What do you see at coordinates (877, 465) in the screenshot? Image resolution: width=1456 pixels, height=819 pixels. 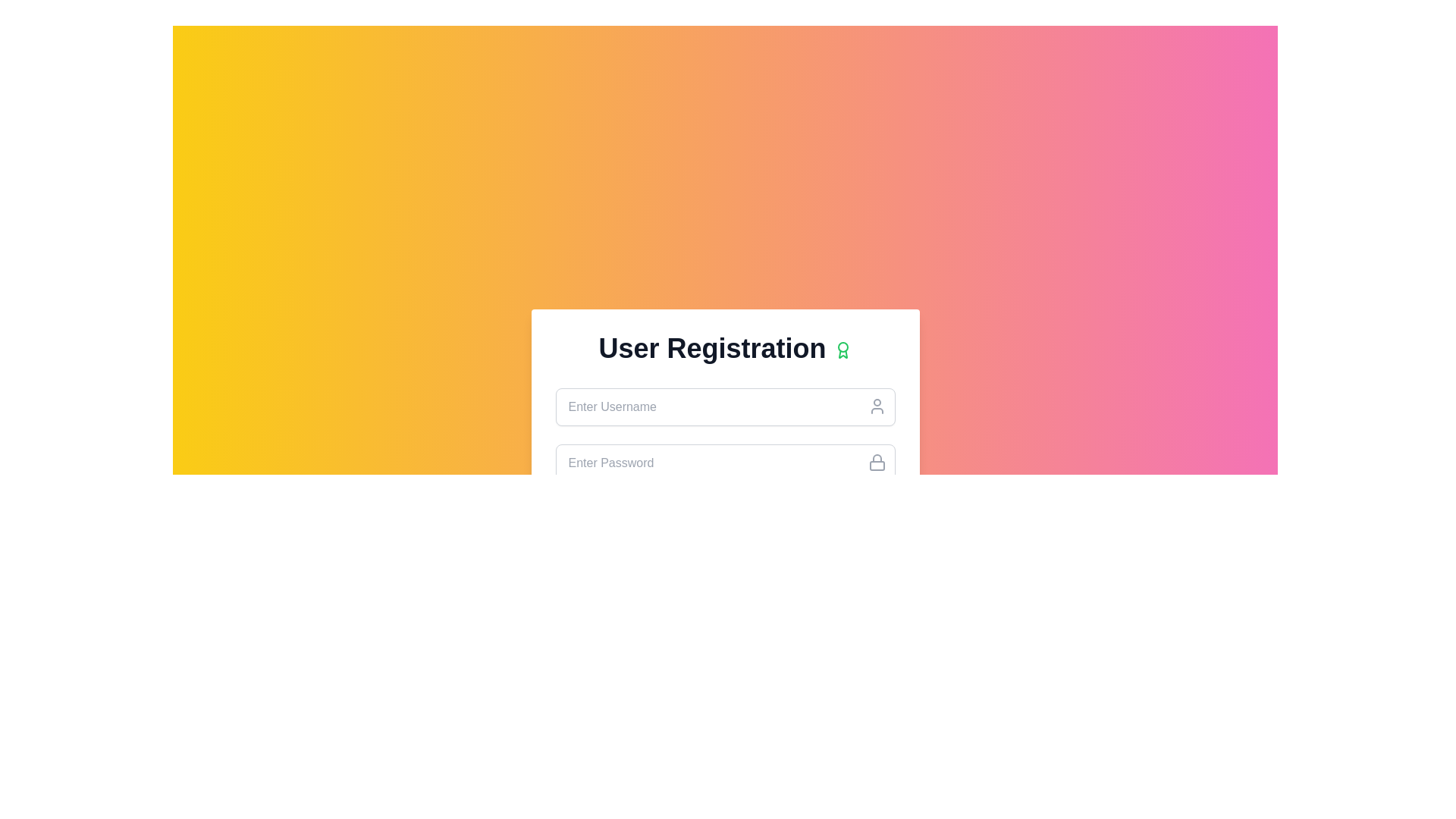 I see `the Decorative icon element, which resembles a lock body and is located to the right of the 'Enter Password' text field` at bounding box center [877, 465].